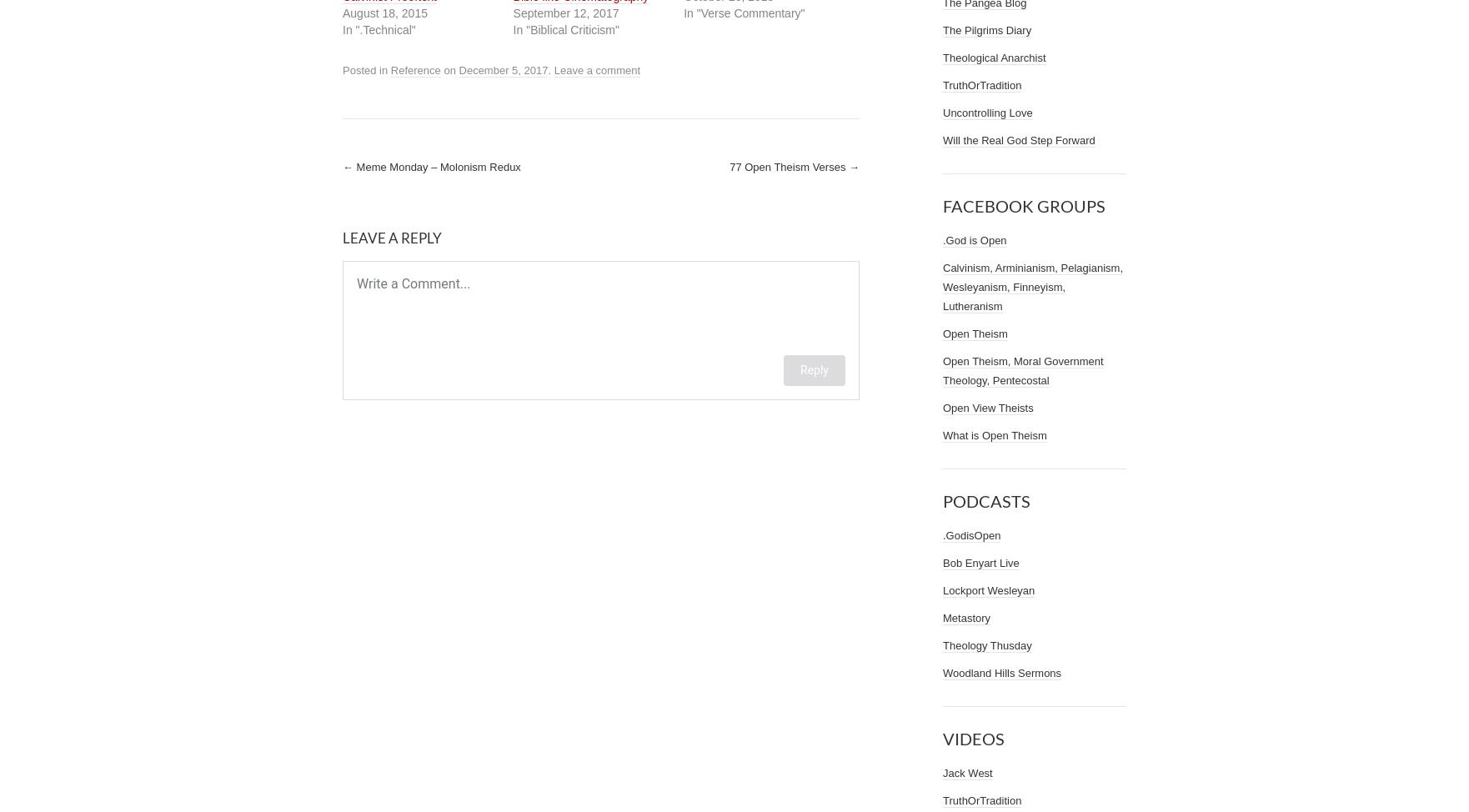  I want to click on 'Leave a comment', so click(596, 68).